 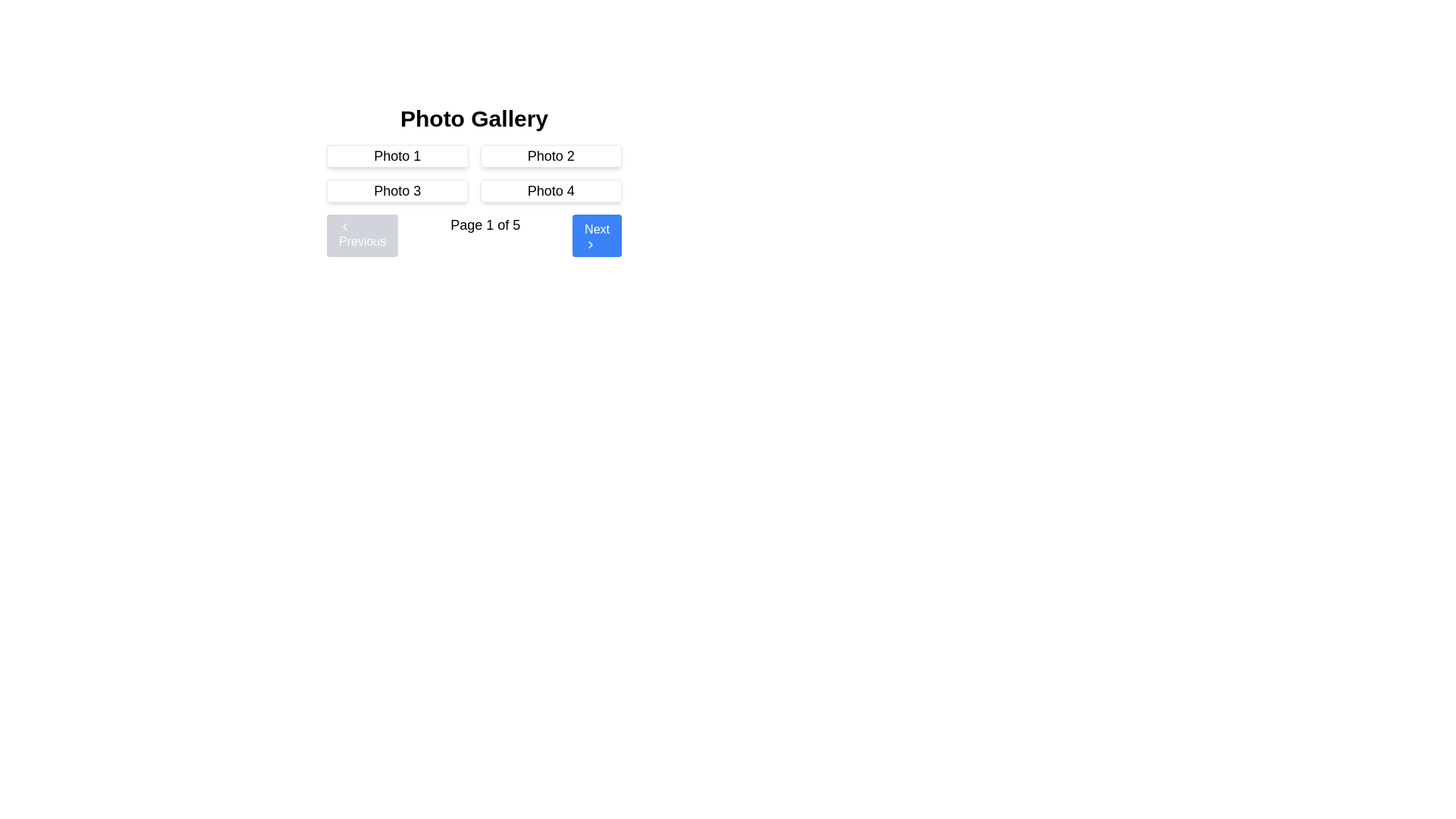 I want to click on the rectangular button labeled 'Photo 4' located in the second row, second column of the grid layout, so click(x=550, y=190).